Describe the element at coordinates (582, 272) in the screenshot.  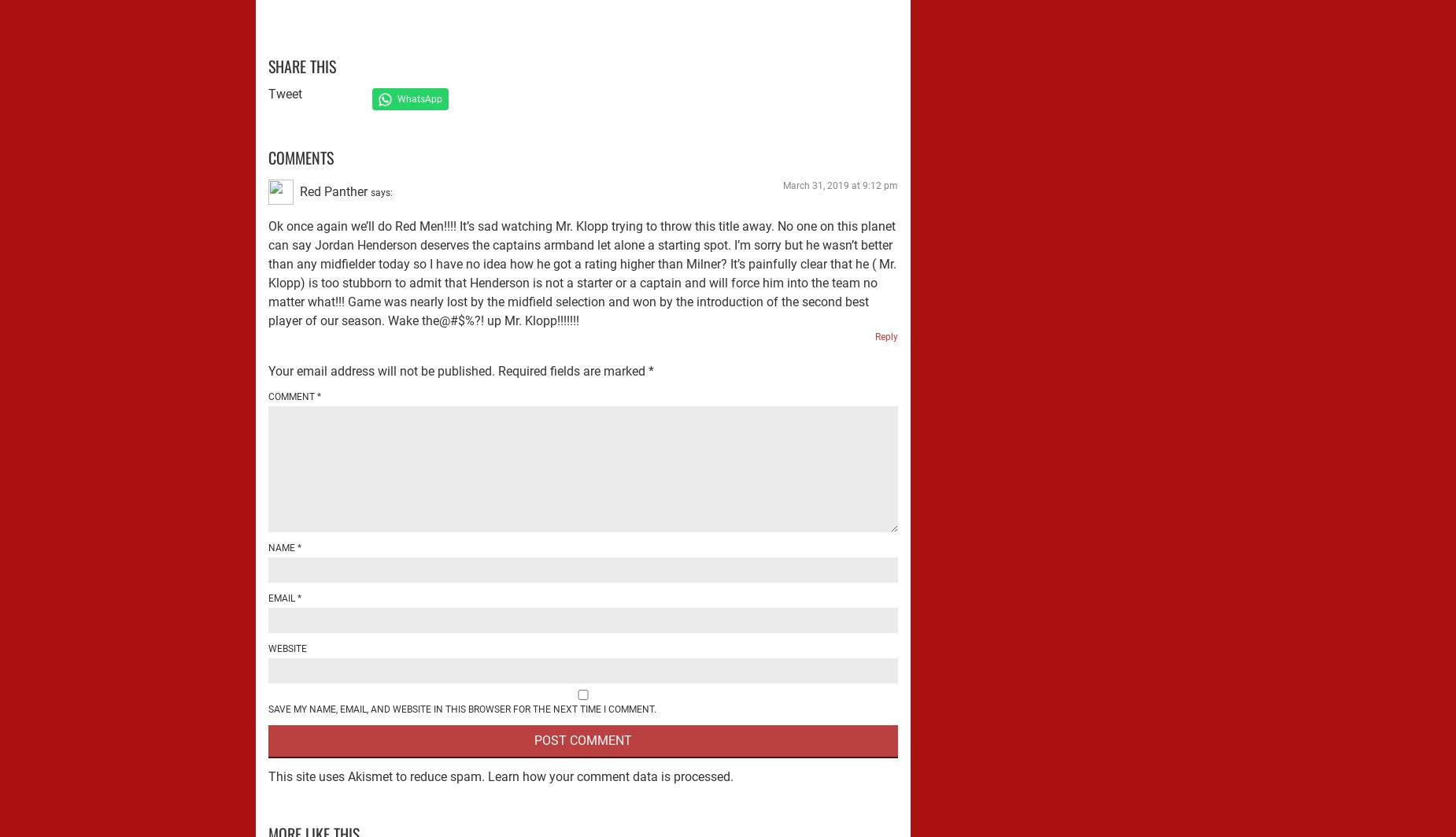
I see `'Ok once again we’ll do Red Men!!!! It’s sad watching Mr. Klopp trying to throw this title away. No one on this planet can say Jordan Henderson deserves the captains armband let alone a starting spot.  I’m sorry but he wasn’t better than any midfielder today so I have no idea how he got a rating higher than Milner? It’s painfully clear that he ( Mr. Klopp) is too stubborn to admit that Henderson is not a starter or a captain and will force him into the team no matter what!!! Game was nearly lost by the midfield selection and won by the introduction of the second best player of our season. Wake the@#$%?! up Mr. Klopp!!!!!!!'` at that location.